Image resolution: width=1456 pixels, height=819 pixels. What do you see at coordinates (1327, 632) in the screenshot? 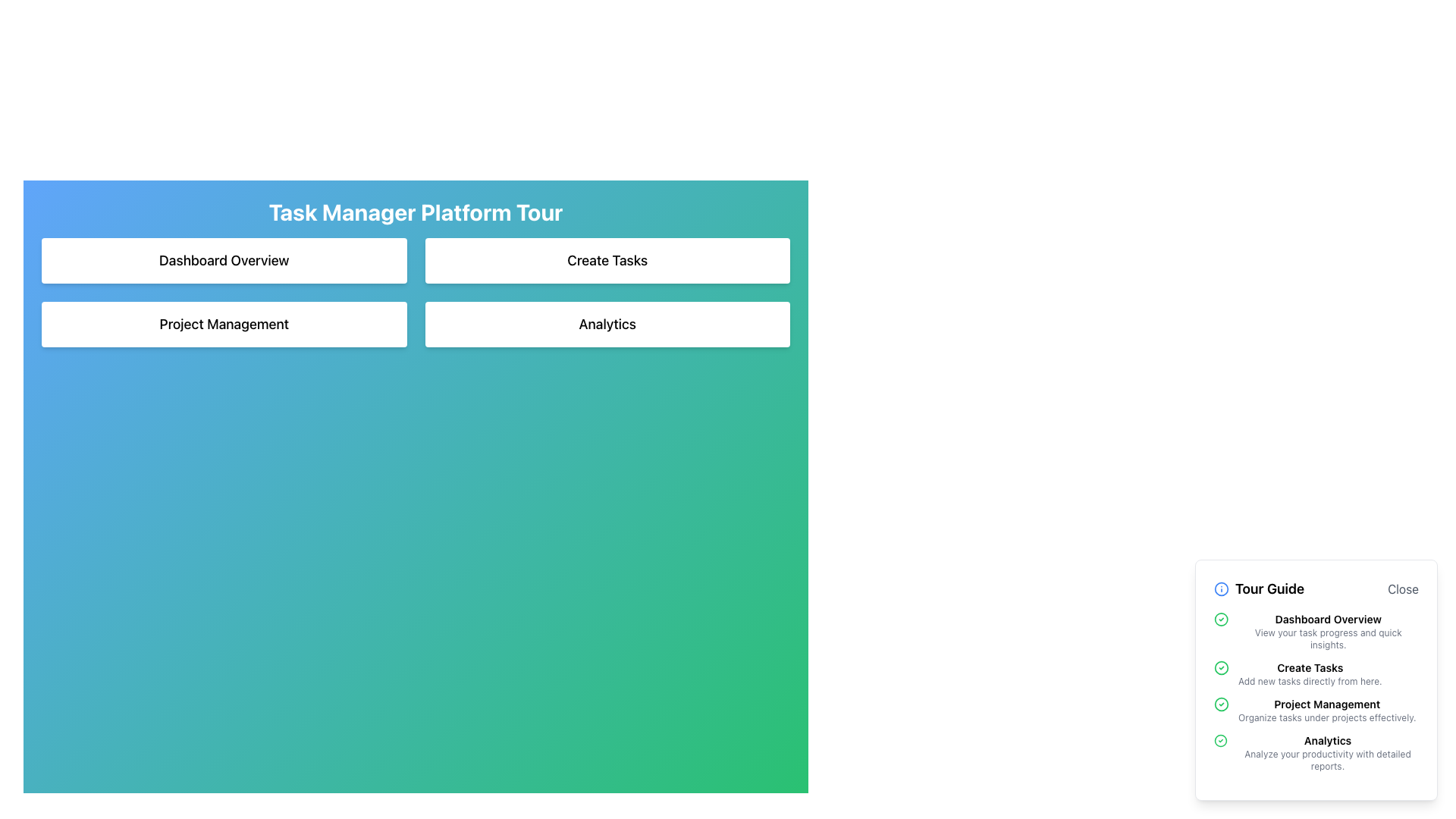
I see `text element titled 'Dashboard Overview' that provides insights into task progress and quick insights, located in the 'Tour Guide' section` at bounding box center [1327, 632].